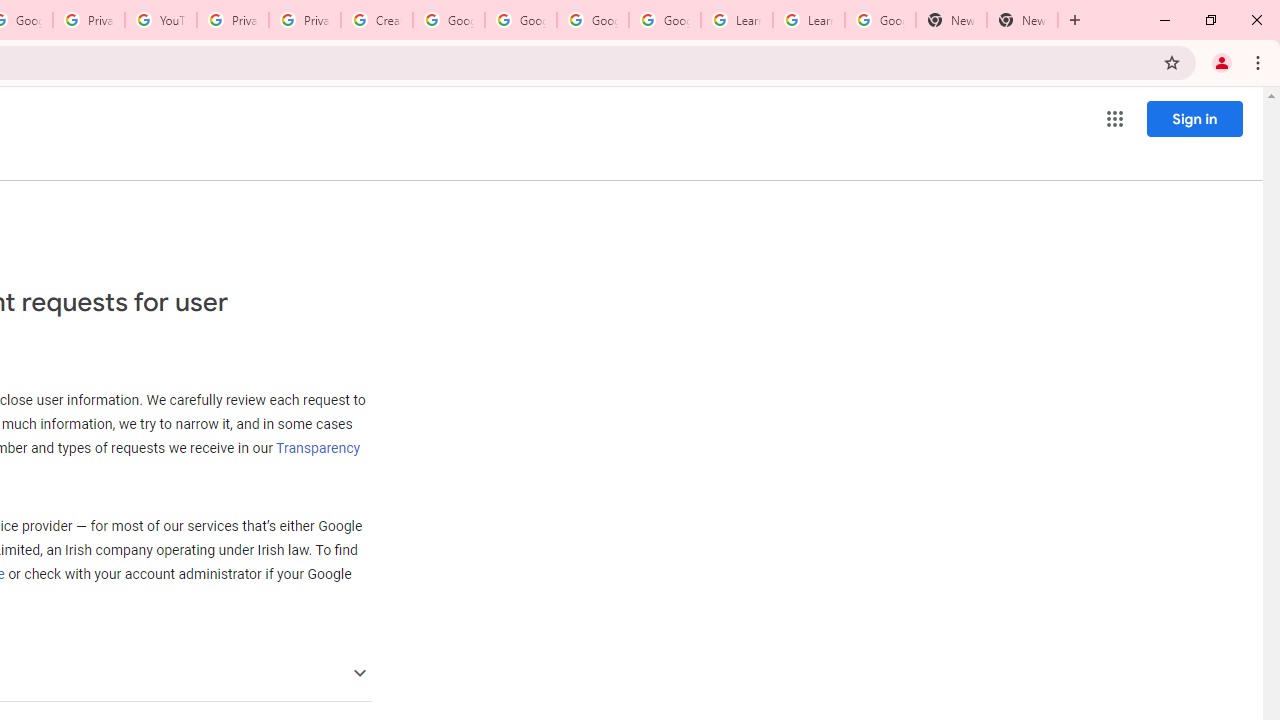 Image resolution: width=1280 pixels, height=720 pixels. I want to click on 'Create your Google Account', so click(376, 20).